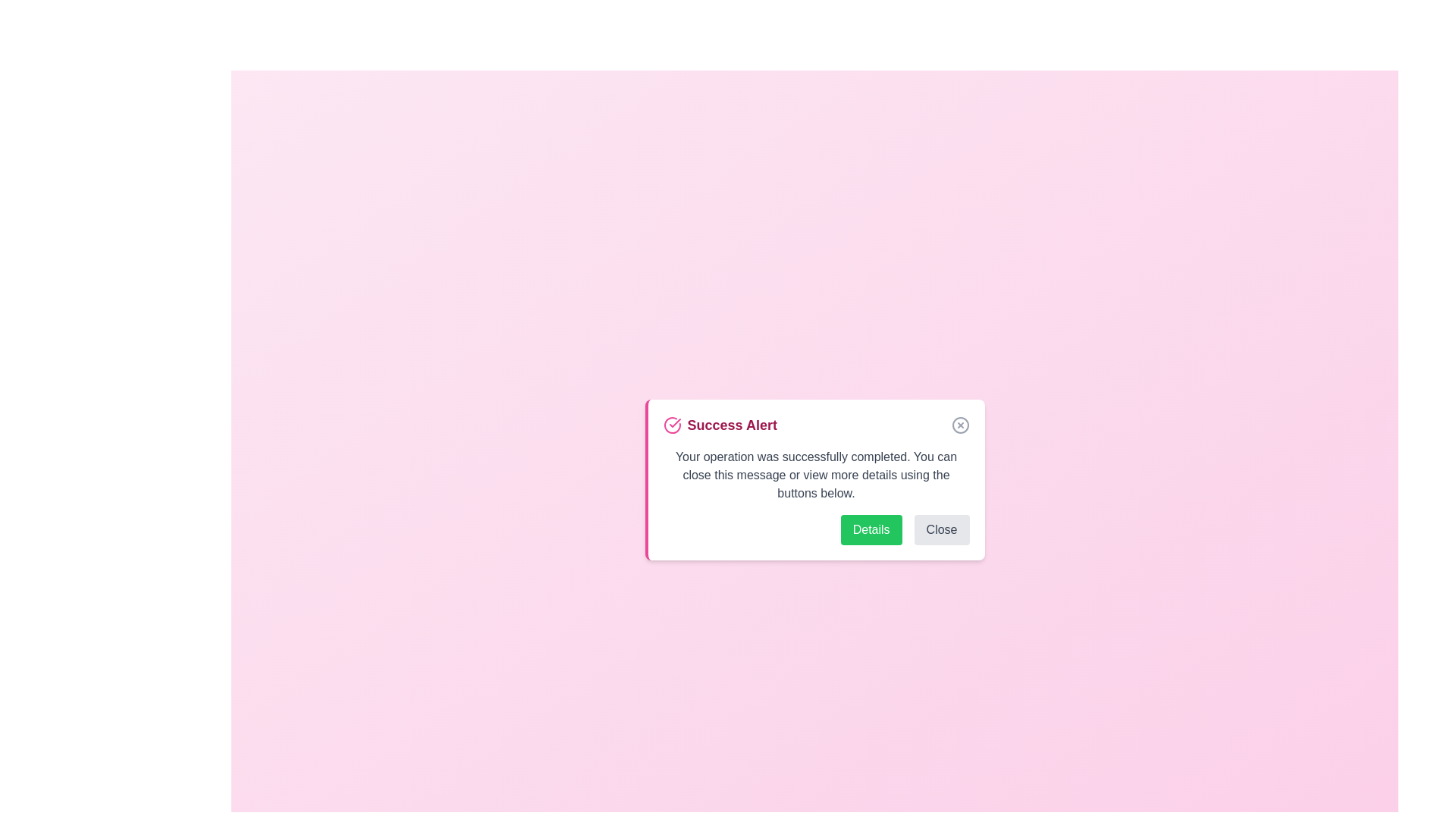 Image resolution: width=1456 pixels, height=819 pixels. Describe the element at coordinates (871, 529) in the screenshot. I see `the 'Details' button to view additional information` at that location.